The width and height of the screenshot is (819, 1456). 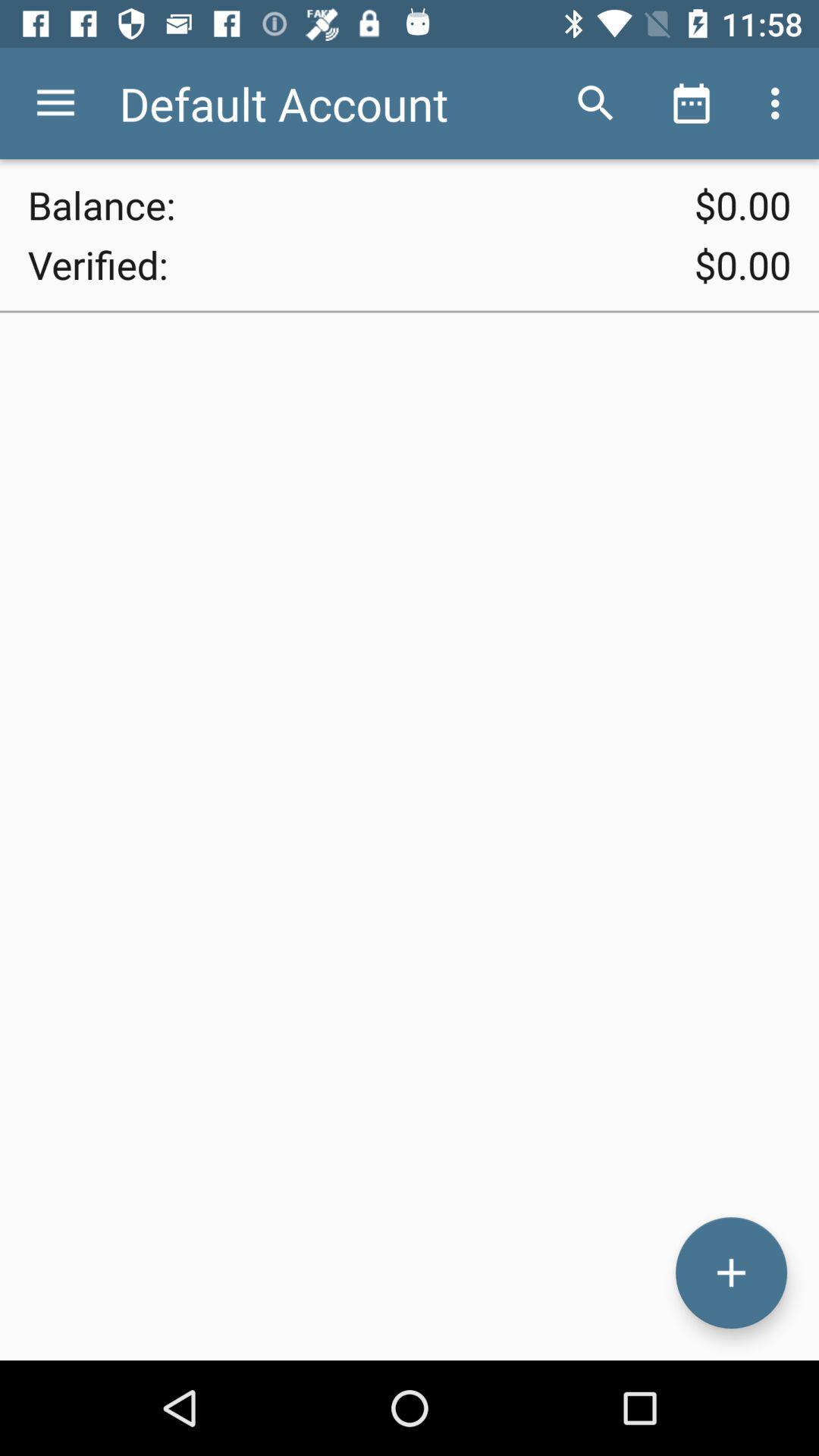 I want to click on the item above the $0.00, so click(x=779, y=102).